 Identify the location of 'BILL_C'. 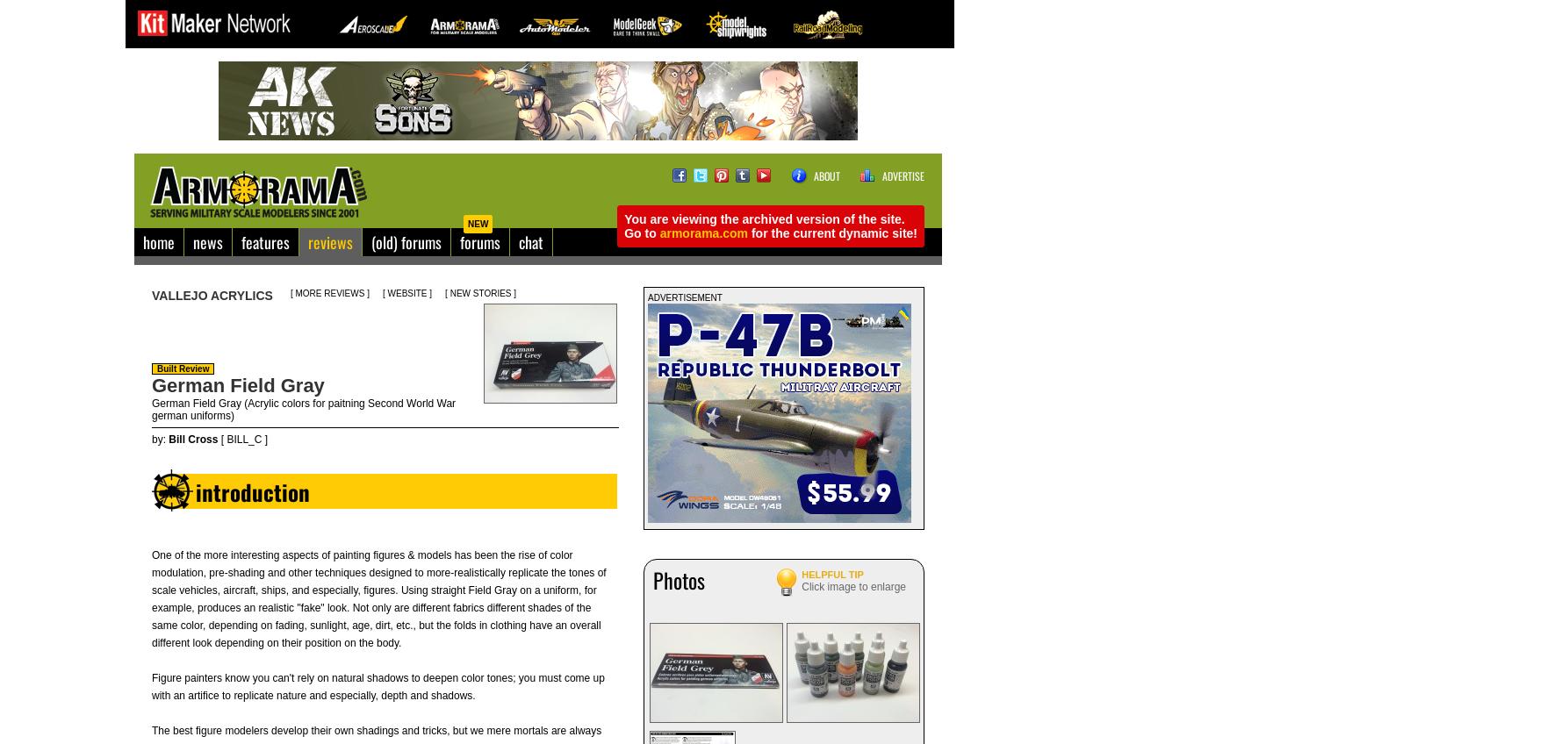
(243, 439).